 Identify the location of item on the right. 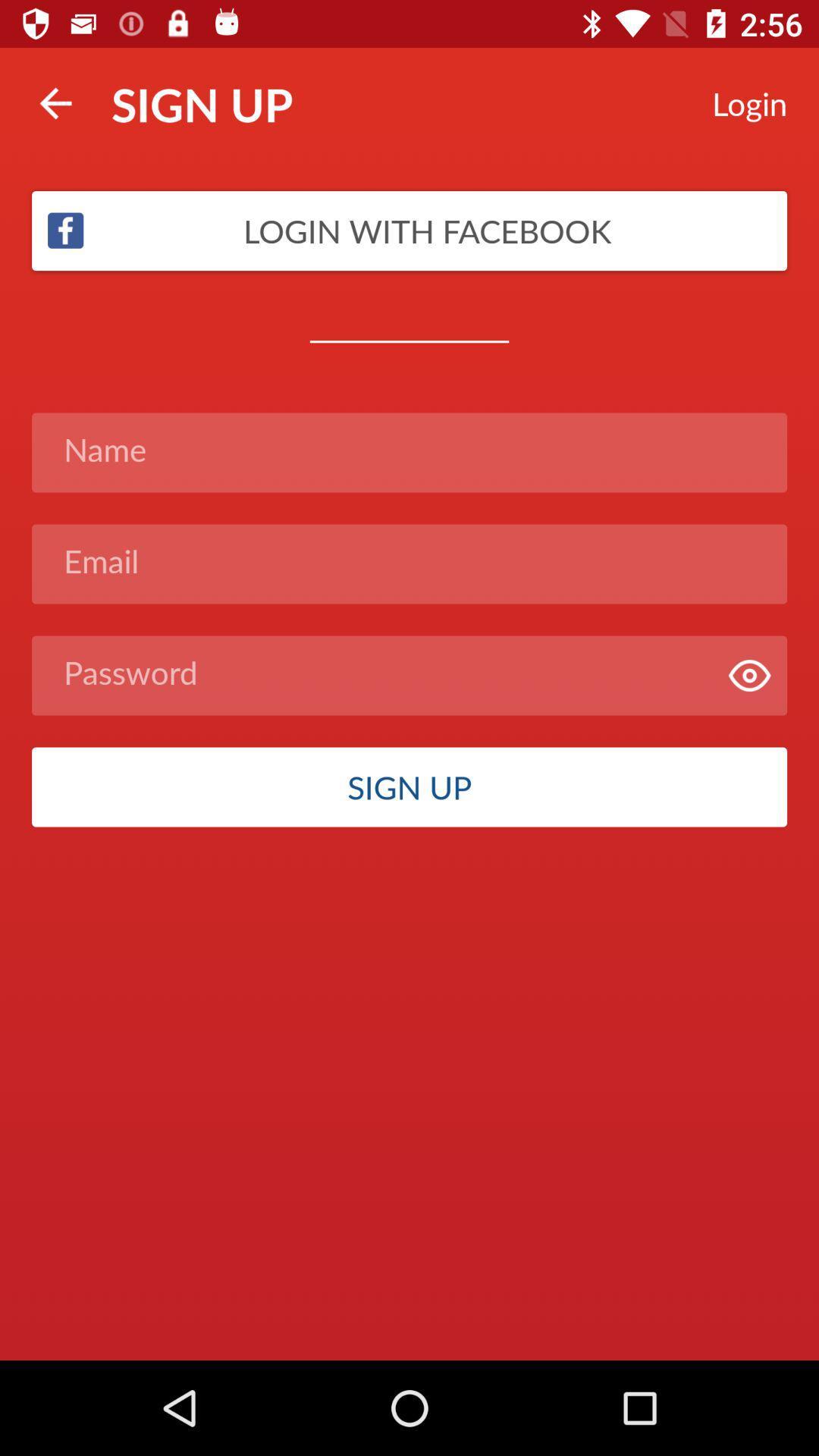
(748, 675).